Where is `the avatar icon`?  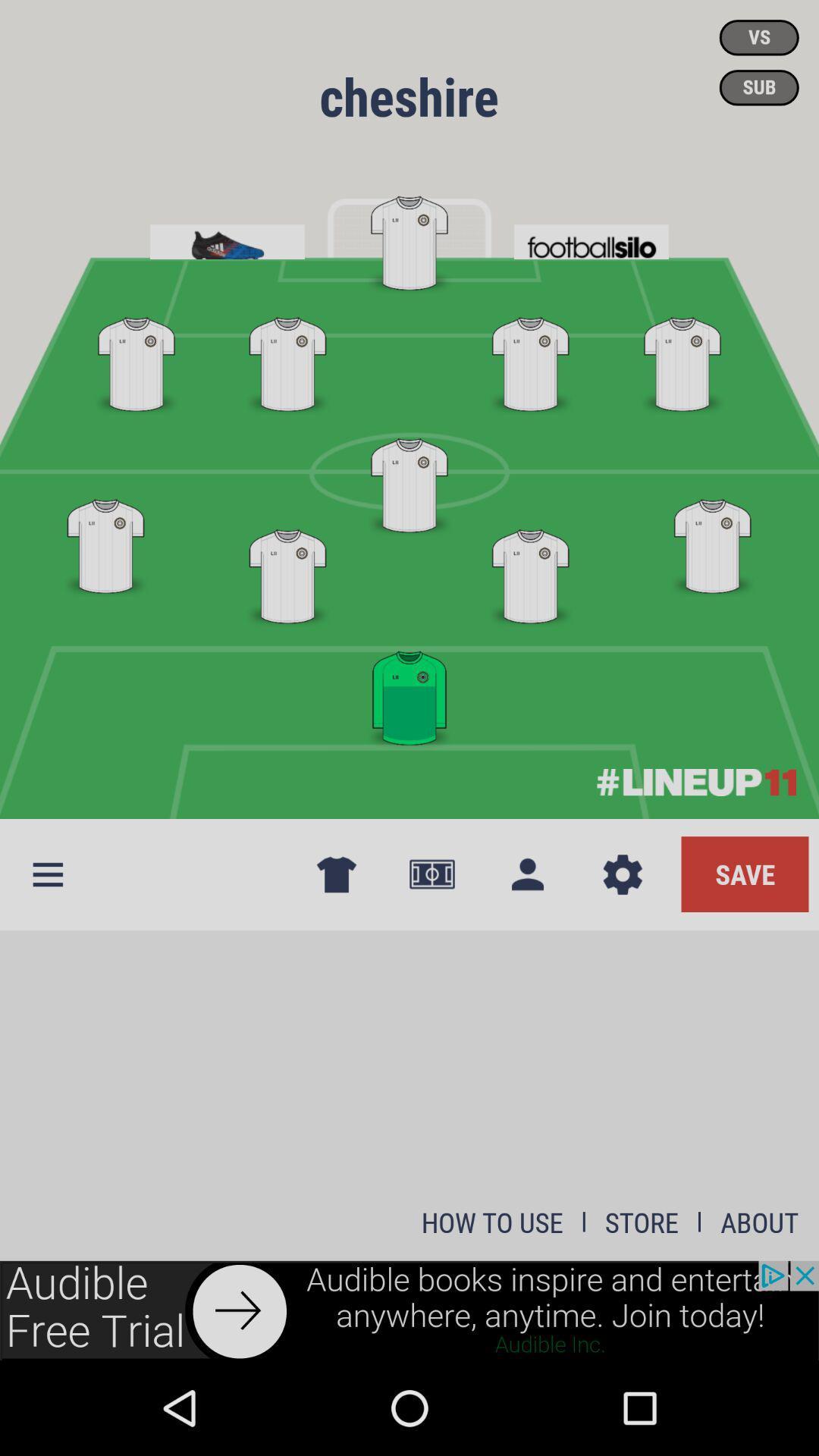 the avatar icon is located at coordinates (526, 874).